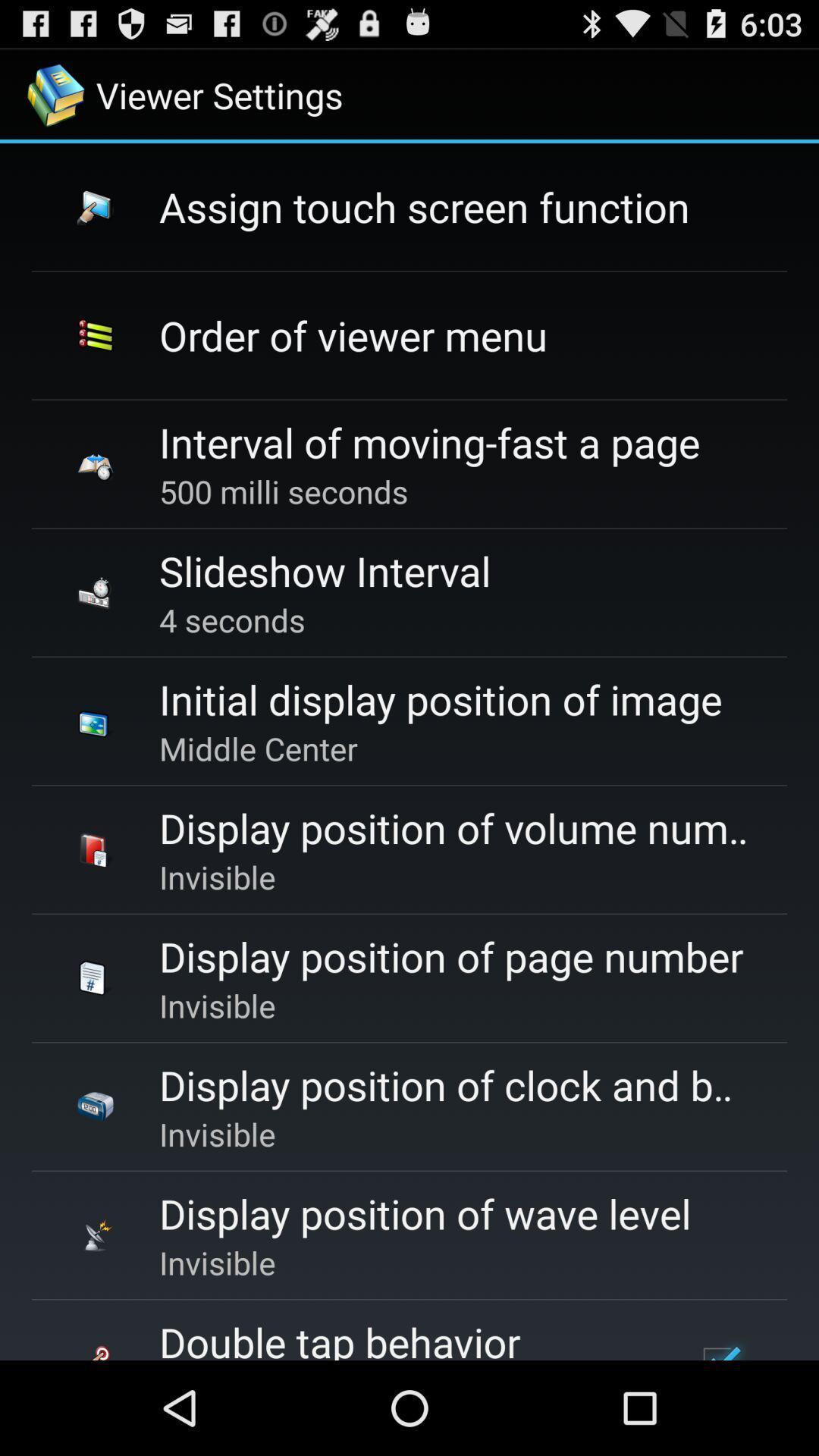 The image size is (819, 1456). What do you see at coordinates (718, 1346) in the screenshot?
I see `the app to the right of the double tap behavior icon` at bounding box center [718, 1346].